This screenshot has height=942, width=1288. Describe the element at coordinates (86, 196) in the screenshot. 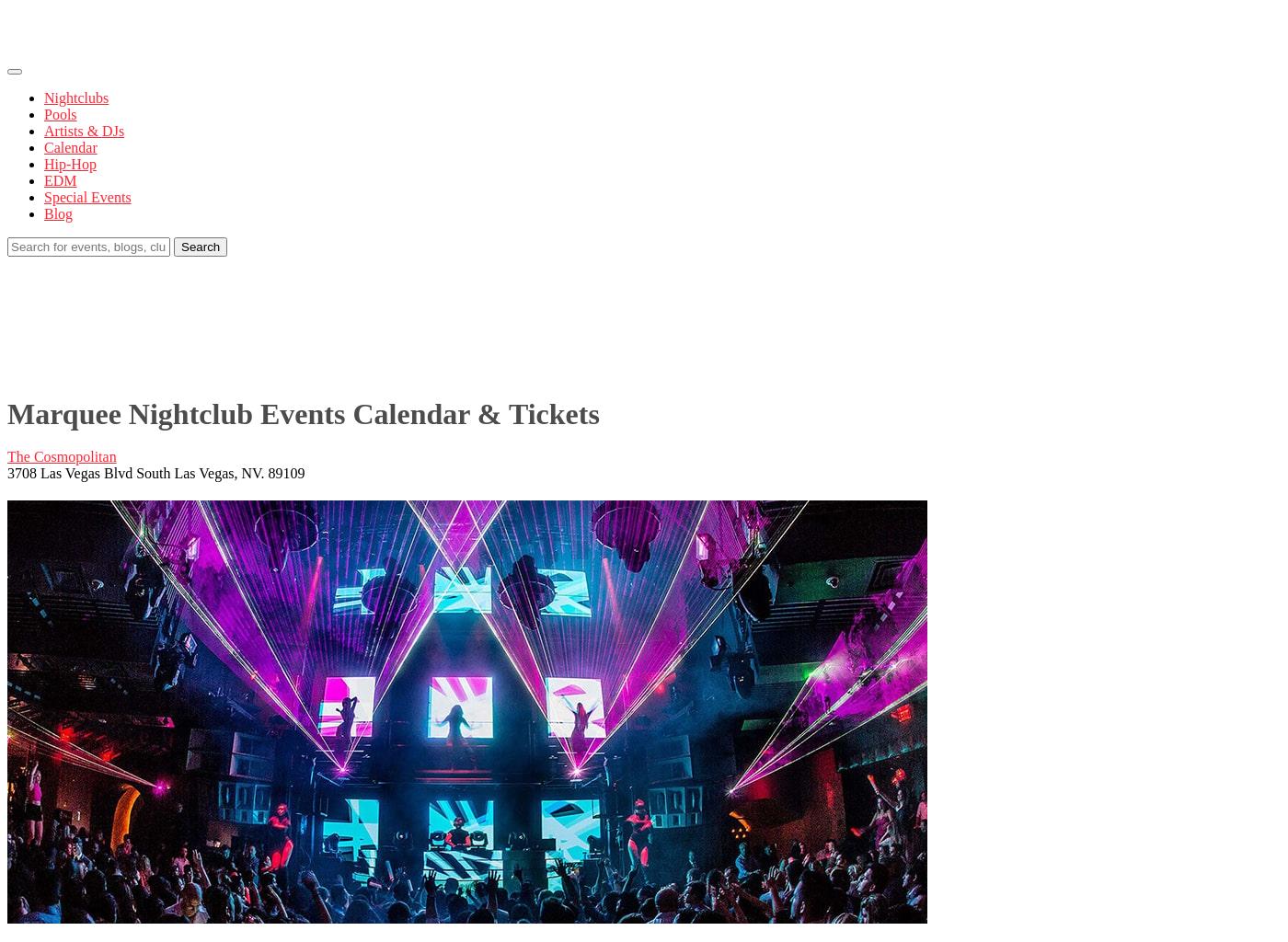

I see `'Special Events'` at that location.